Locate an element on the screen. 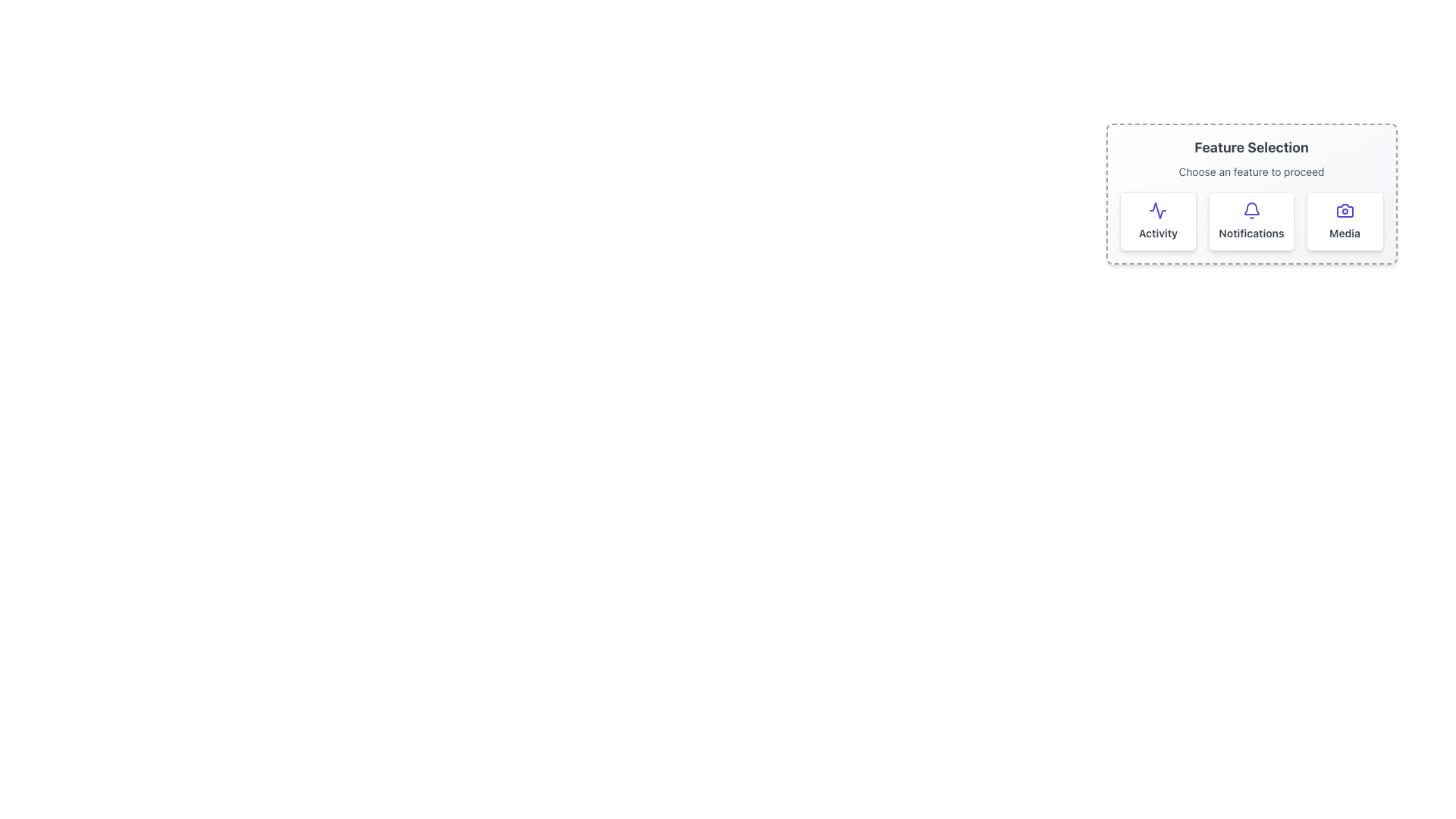 The height and width of the screenshot is (819, 1456). the 'Media' card component, which is the third option in a group of three horizontally aligned cards labeled 'Activity', 'Notifications', and 'Media' is located at coordinates (1345, 221).